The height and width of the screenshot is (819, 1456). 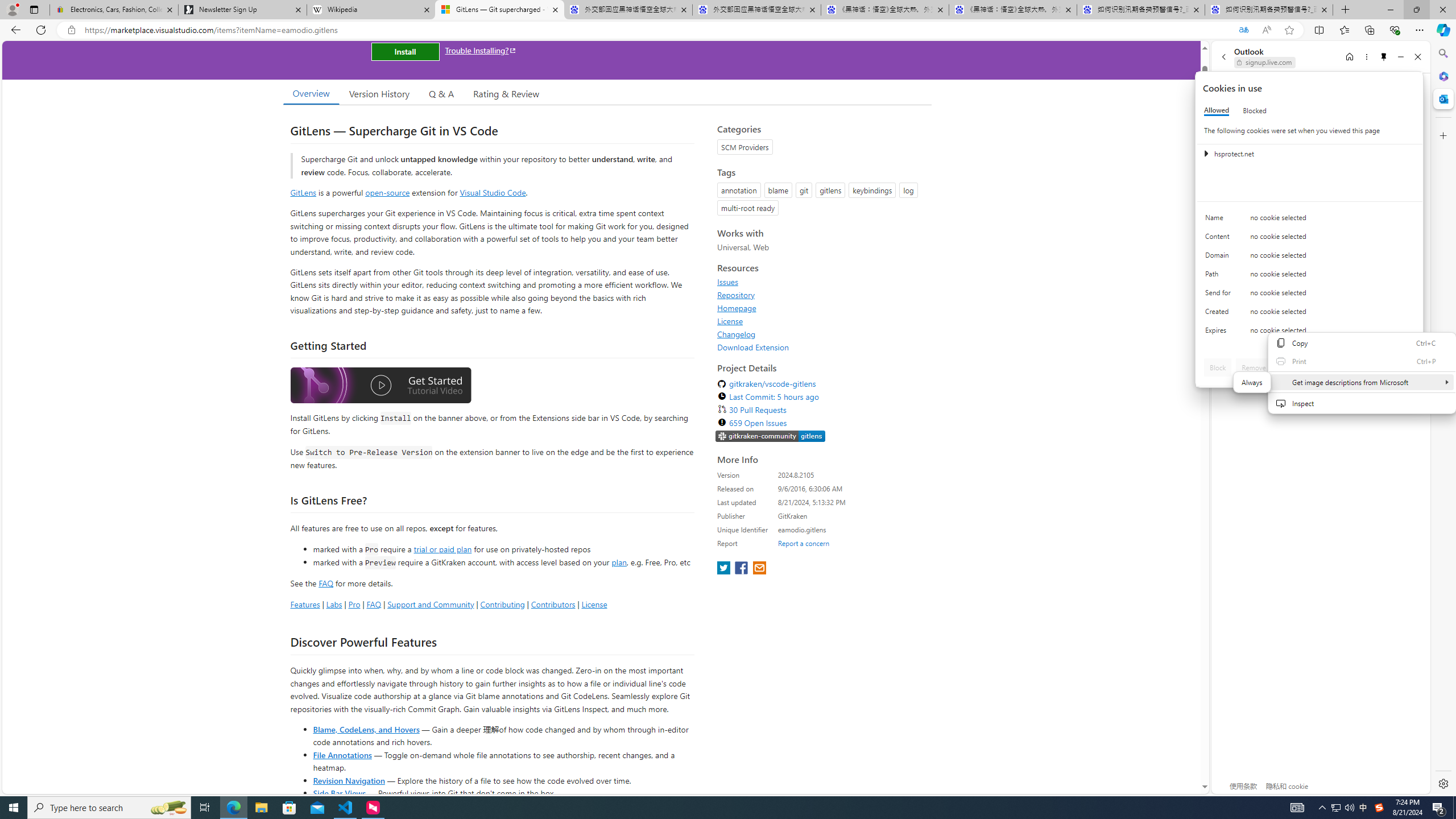 What do you see at coordinates (1361, 361) in the screenshot?
I see `'Print'` at bounding box center [1361, 361].